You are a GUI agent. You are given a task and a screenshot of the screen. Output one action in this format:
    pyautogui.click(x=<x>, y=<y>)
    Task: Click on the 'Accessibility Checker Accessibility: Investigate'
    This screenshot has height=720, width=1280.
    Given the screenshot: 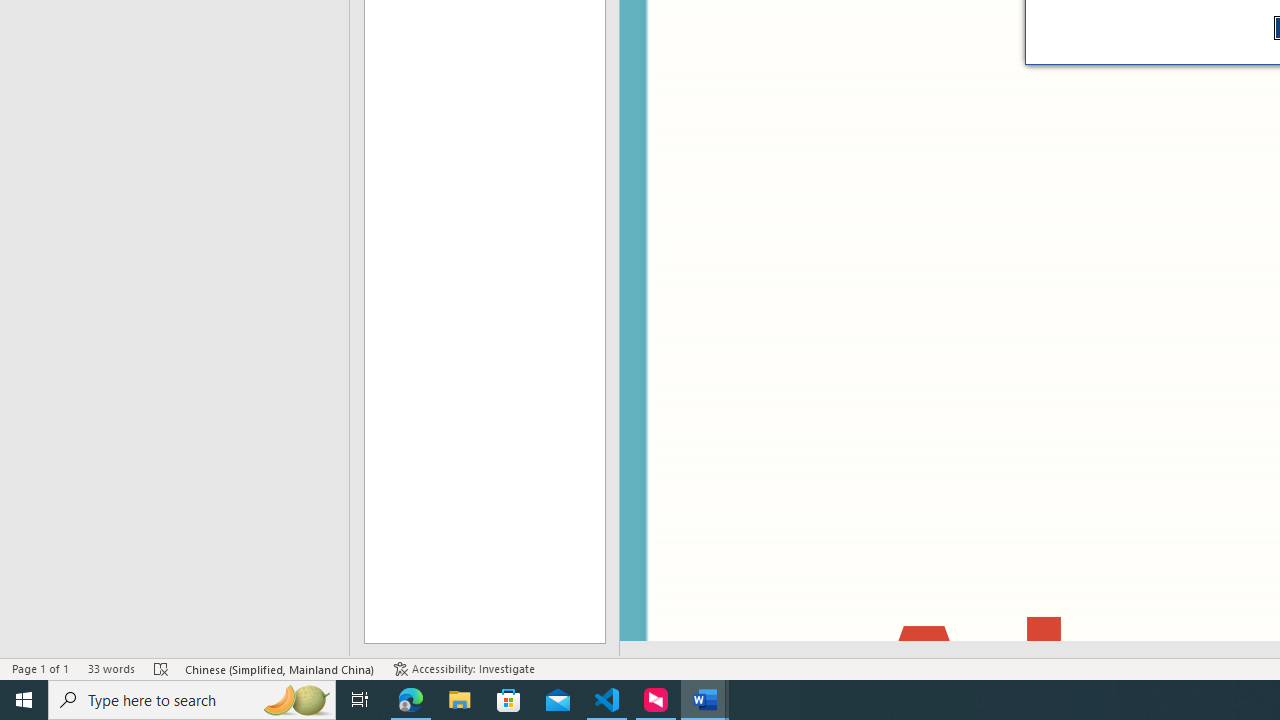 What is the action you would take?
    pyautogui.click(x=463, y=669)
    